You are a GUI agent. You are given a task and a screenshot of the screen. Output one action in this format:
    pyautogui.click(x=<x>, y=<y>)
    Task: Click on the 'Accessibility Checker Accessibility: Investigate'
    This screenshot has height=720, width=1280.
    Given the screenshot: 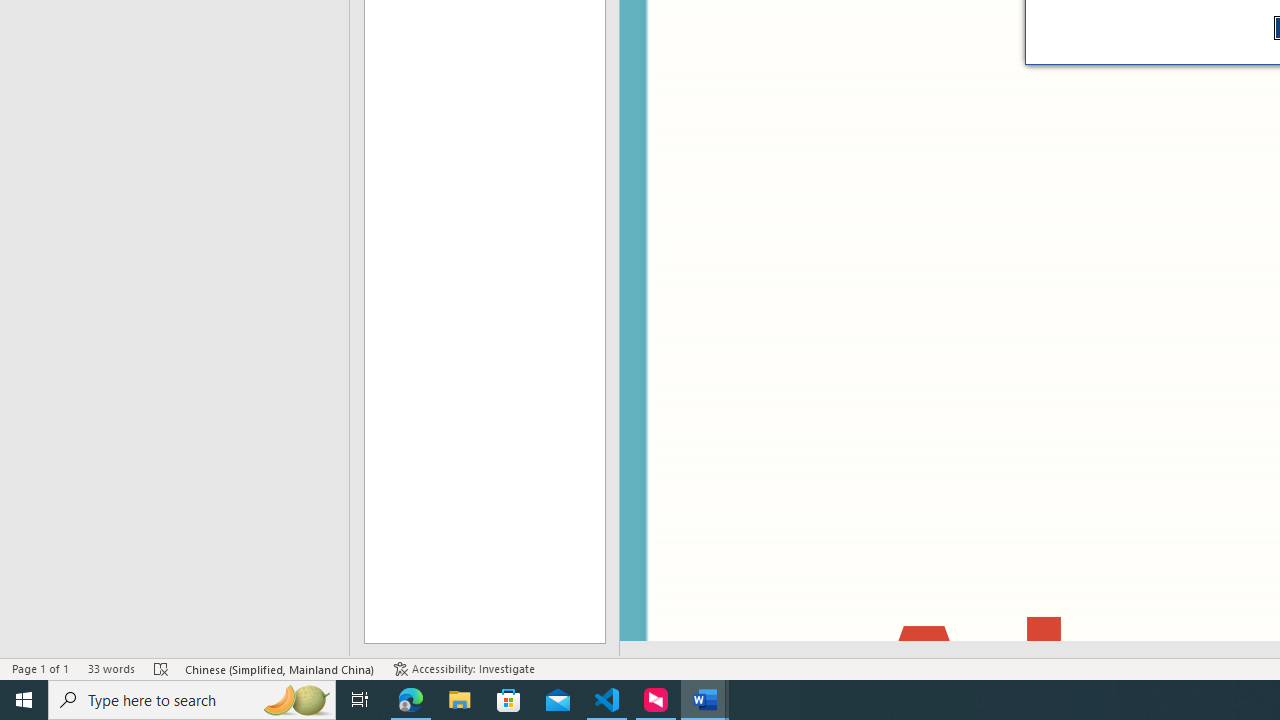 What is the action you would take?
    pyautogui.click(x=463, y=669)
    